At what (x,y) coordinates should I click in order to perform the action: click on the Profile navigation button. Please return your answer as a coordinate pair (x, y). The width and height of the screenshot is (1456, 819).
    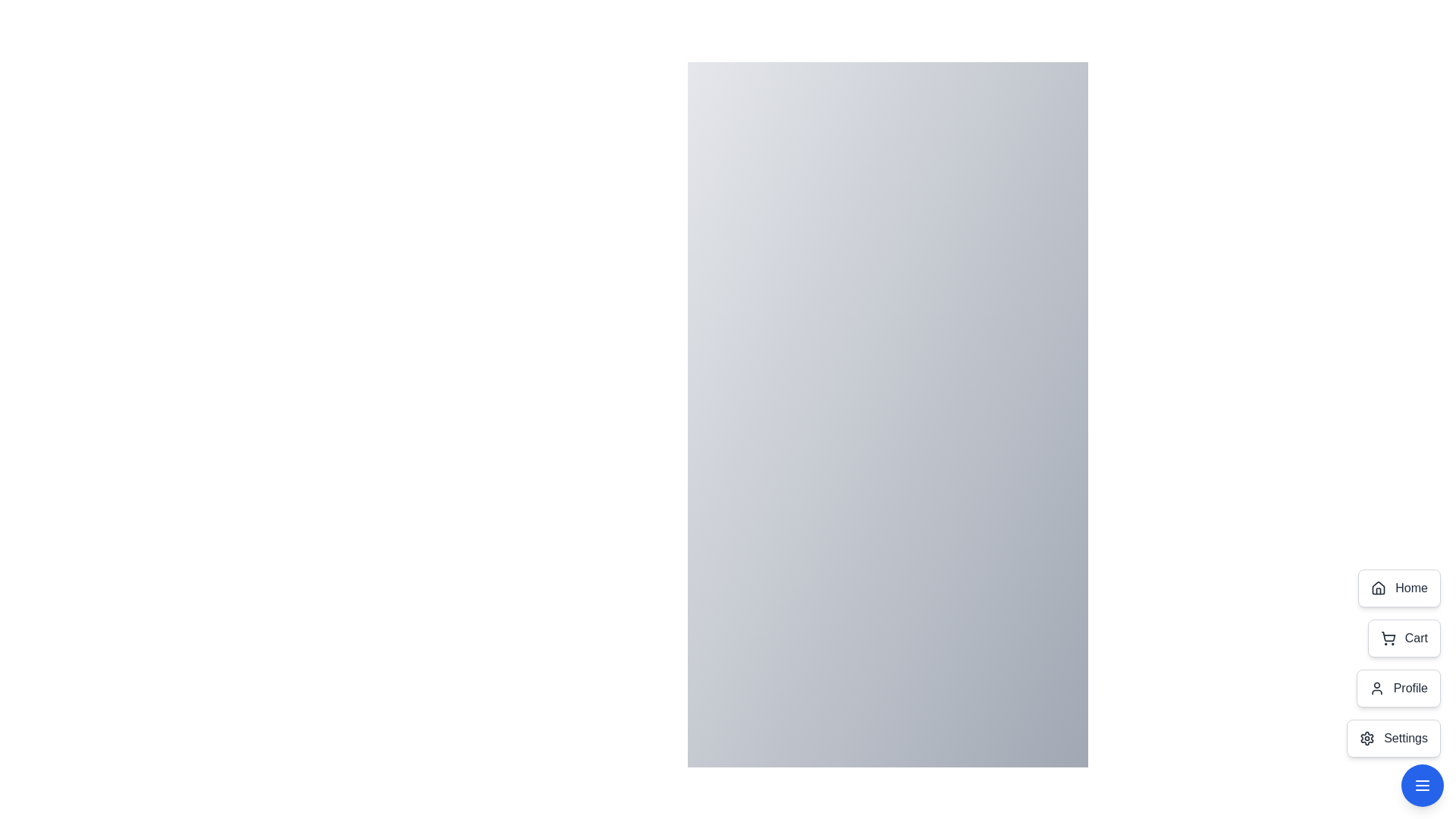
    Looking at the image, I should click on (1398, 688).